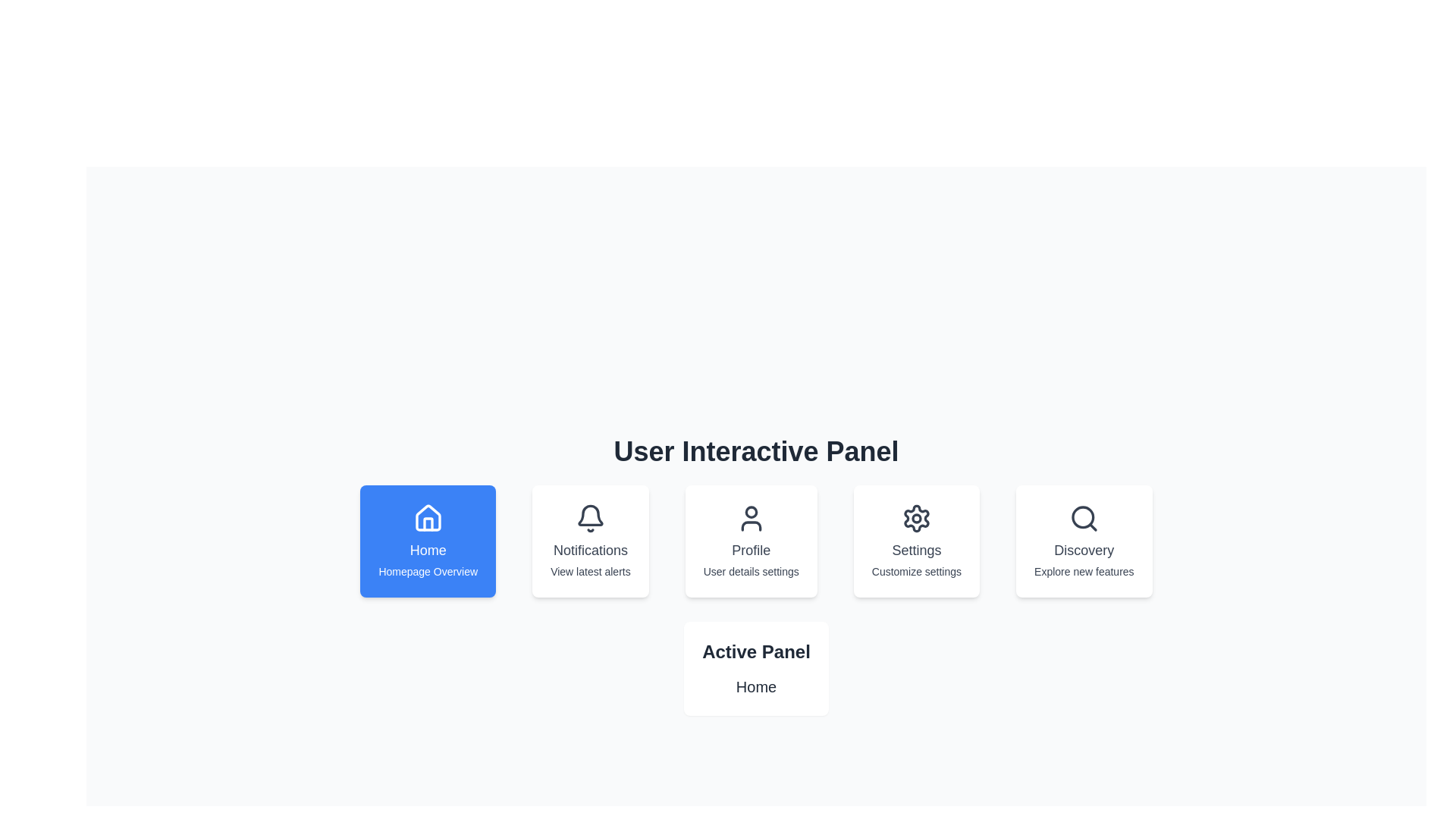 This screenshot has width=1456, height=819. Describe the element at coordinates (751, 550) in the screenshot. I see `the 'Profile' text label, which is a bold text label positioned below a user icon in the center of the second item of a horizontal grid` at that location.